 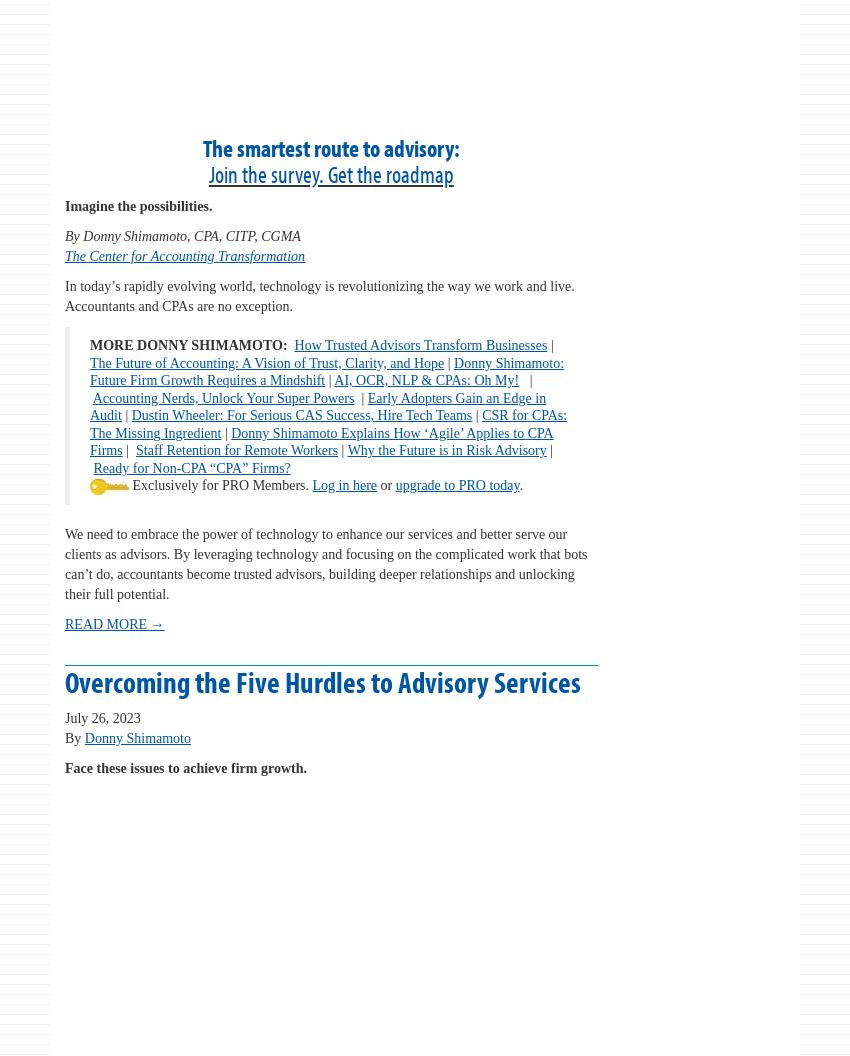 I want to click on 'The Center for Accounting Transformation', so click(x=183, y=255).